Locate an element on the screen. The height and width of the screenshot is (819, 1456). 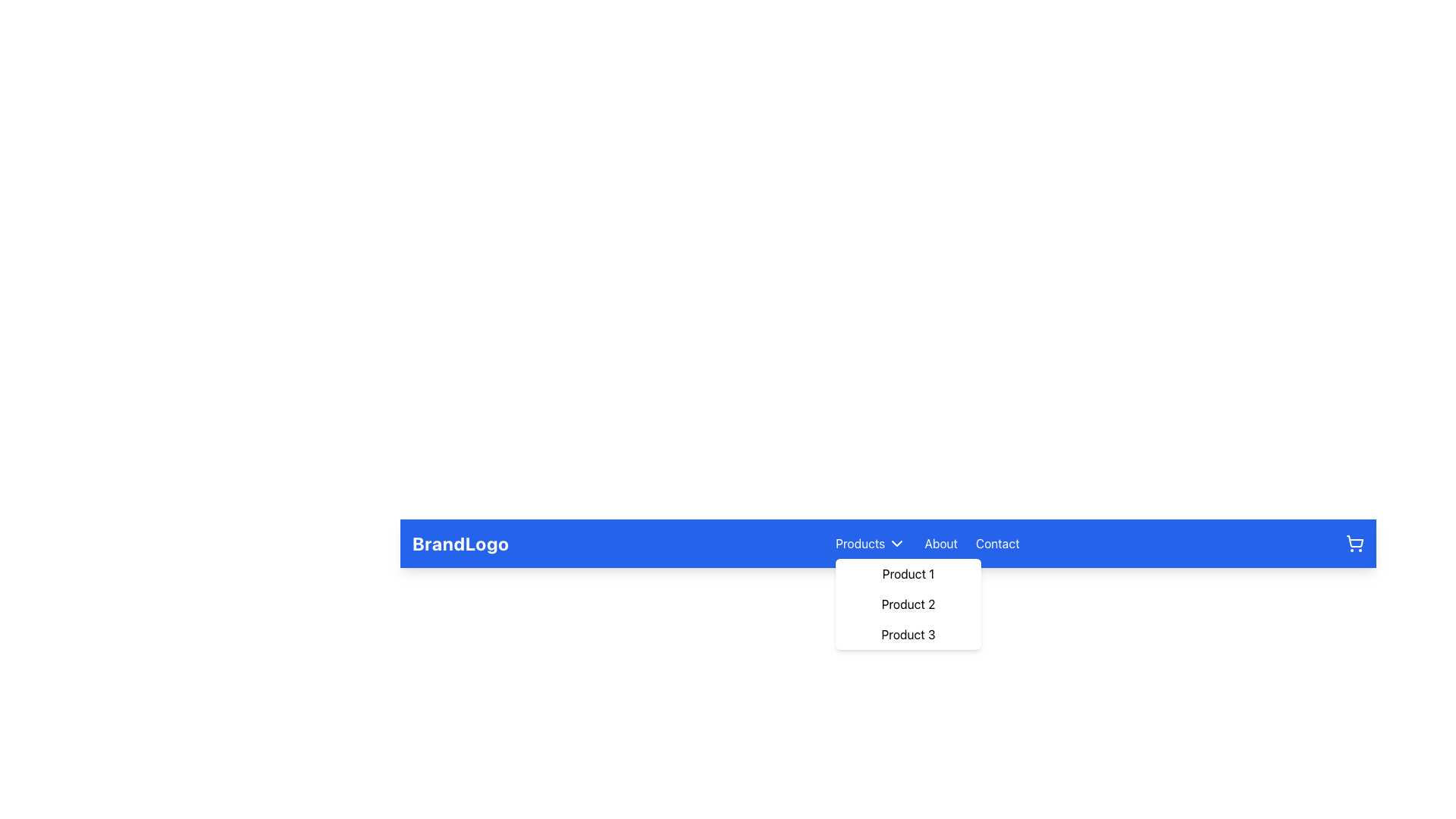
the 'Contact' link styled in white font within the blue navigation bar, located as the rightmost link after 'About' in the horizontal menu bar to trigger a visual effect is located at coordinates (997, 543).